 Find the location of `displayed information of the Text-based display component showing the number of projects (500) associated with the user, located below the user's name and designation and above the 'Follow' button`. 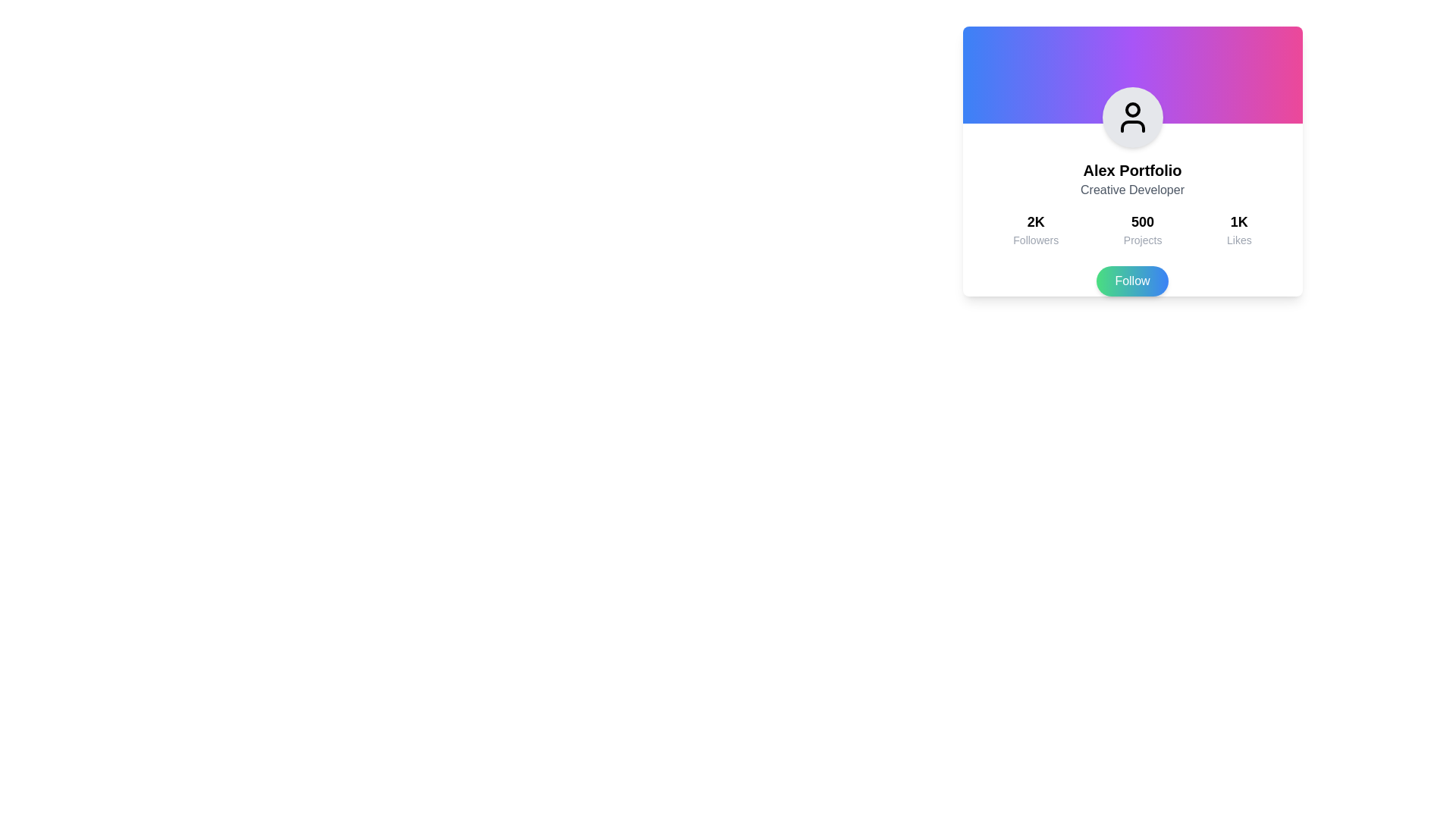

displayed information of the Text-based display component showing the number of projects (500) associated with the user, located below the user's name and designation and above the 'Follow' button is located at coordinates (1132, 230).